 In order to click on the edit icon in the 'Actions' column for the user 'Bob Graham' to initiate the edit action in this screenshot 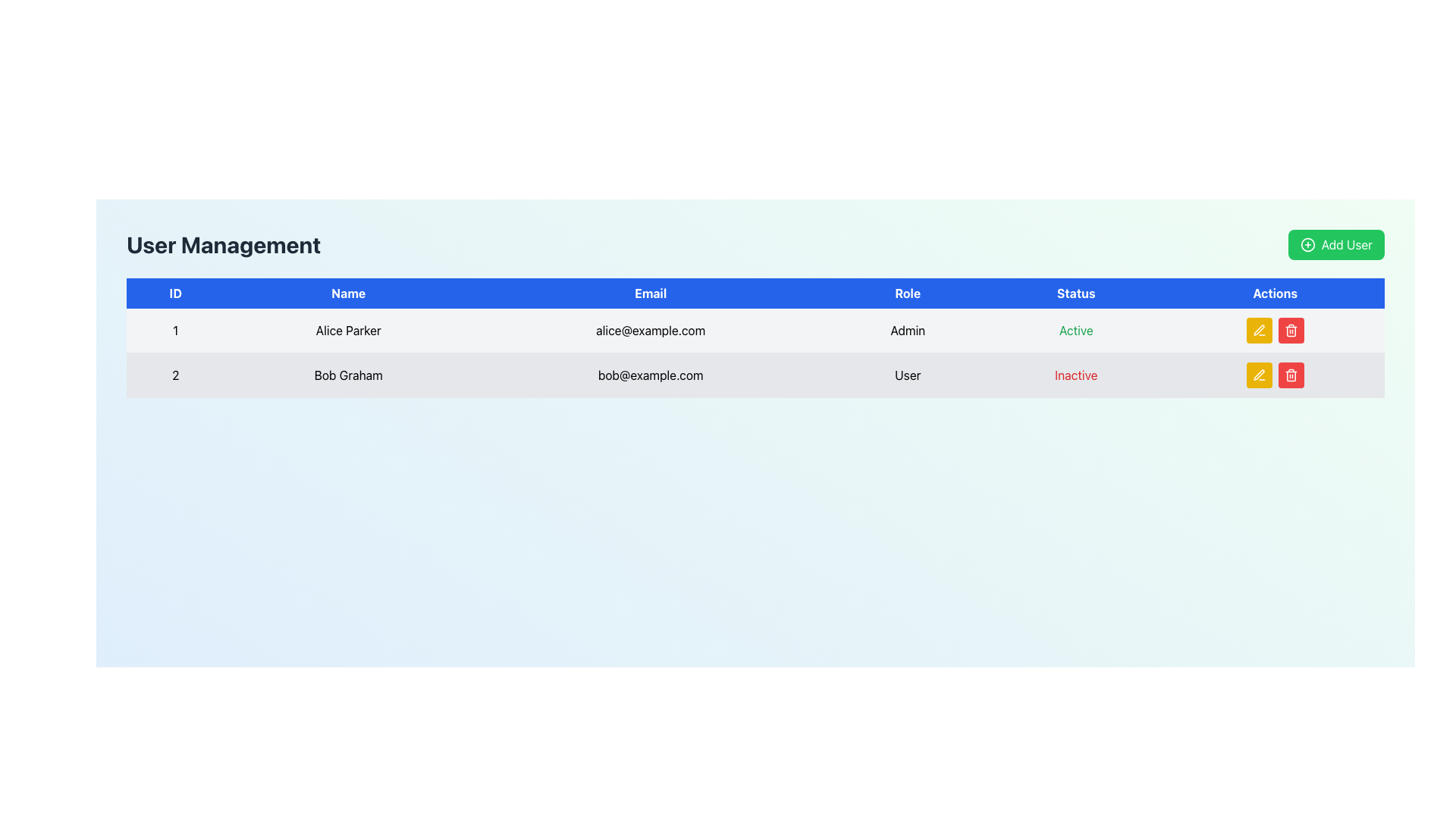, I will do `click(1259, 374)`.